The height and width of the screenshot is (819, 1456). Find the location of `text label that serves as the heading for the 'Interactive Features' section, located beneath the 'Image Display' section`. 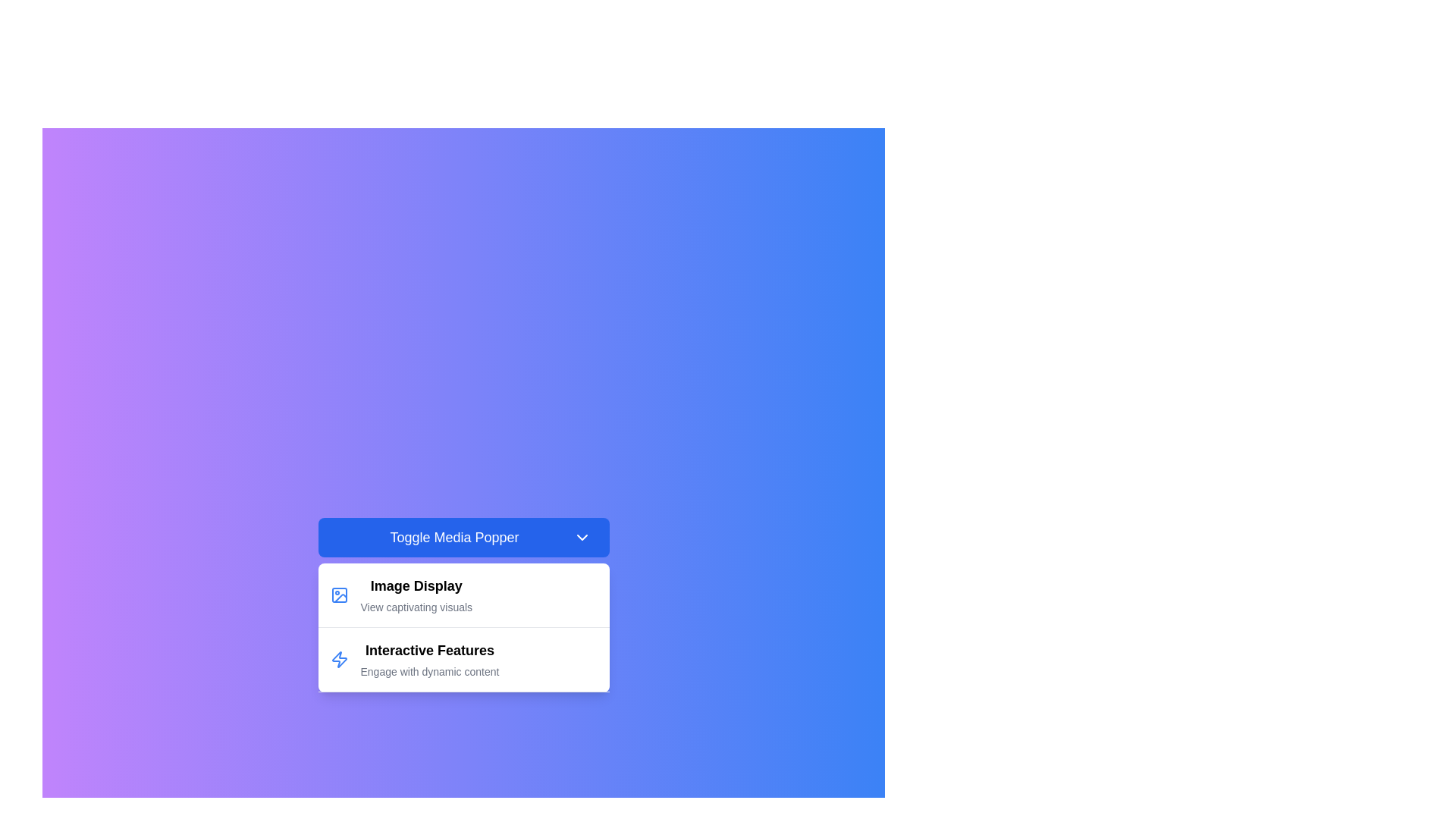

text label that serves as the heading for the 'Interactive Features' section, located beneath the 'Image Display' section is located at coordinates (428, 649).